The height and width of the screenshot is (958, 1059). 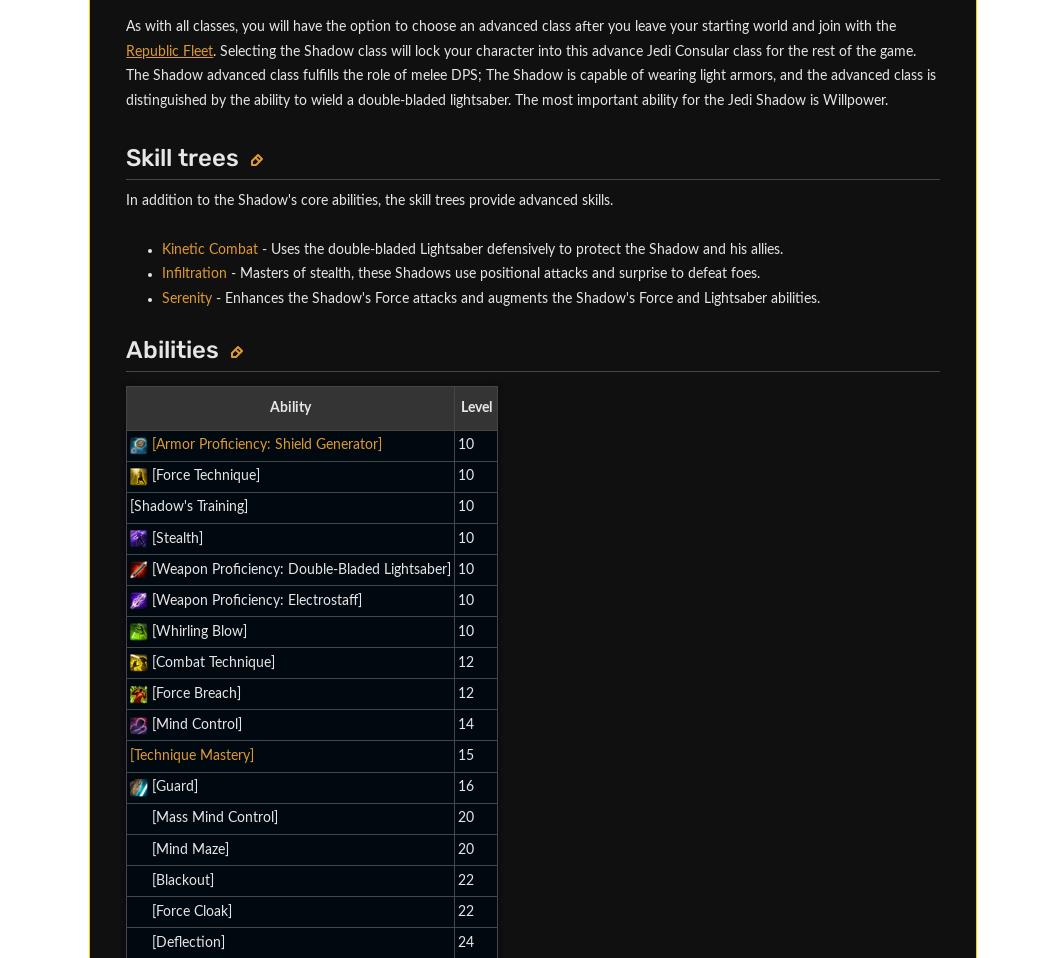 What do you see at coordinates (125, 42) in the screenshot?
I see `'Popular Pages'` at bounding box center [125, 42].